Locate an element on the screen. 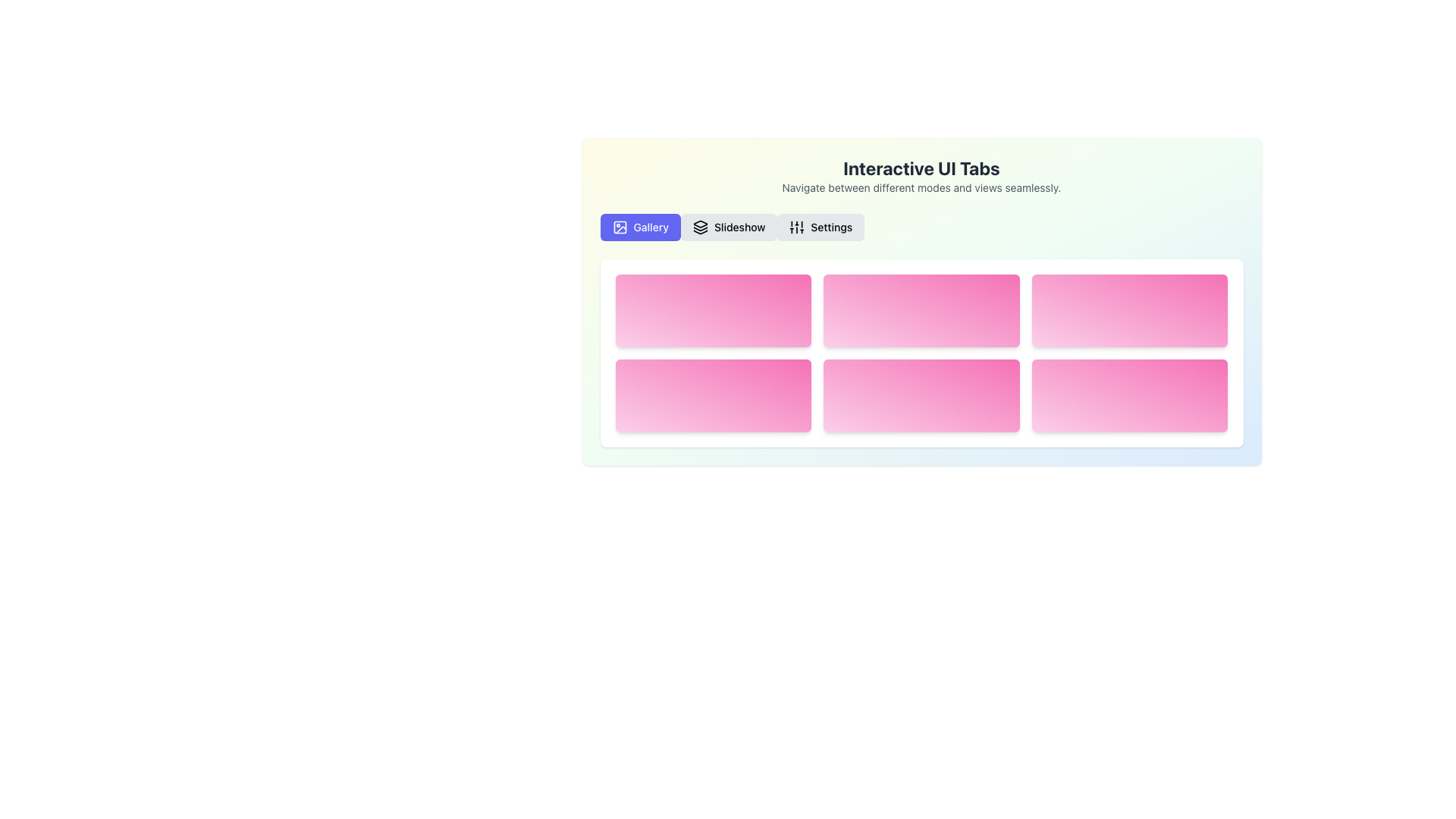 The width and height of the screenshot is (1456, 819). the 'Slideshow' button, which is a rectangular button with a light gray background and labeled with the text 'Slideshow' and a layers icon on the left side is located at coordinates (729, 227).